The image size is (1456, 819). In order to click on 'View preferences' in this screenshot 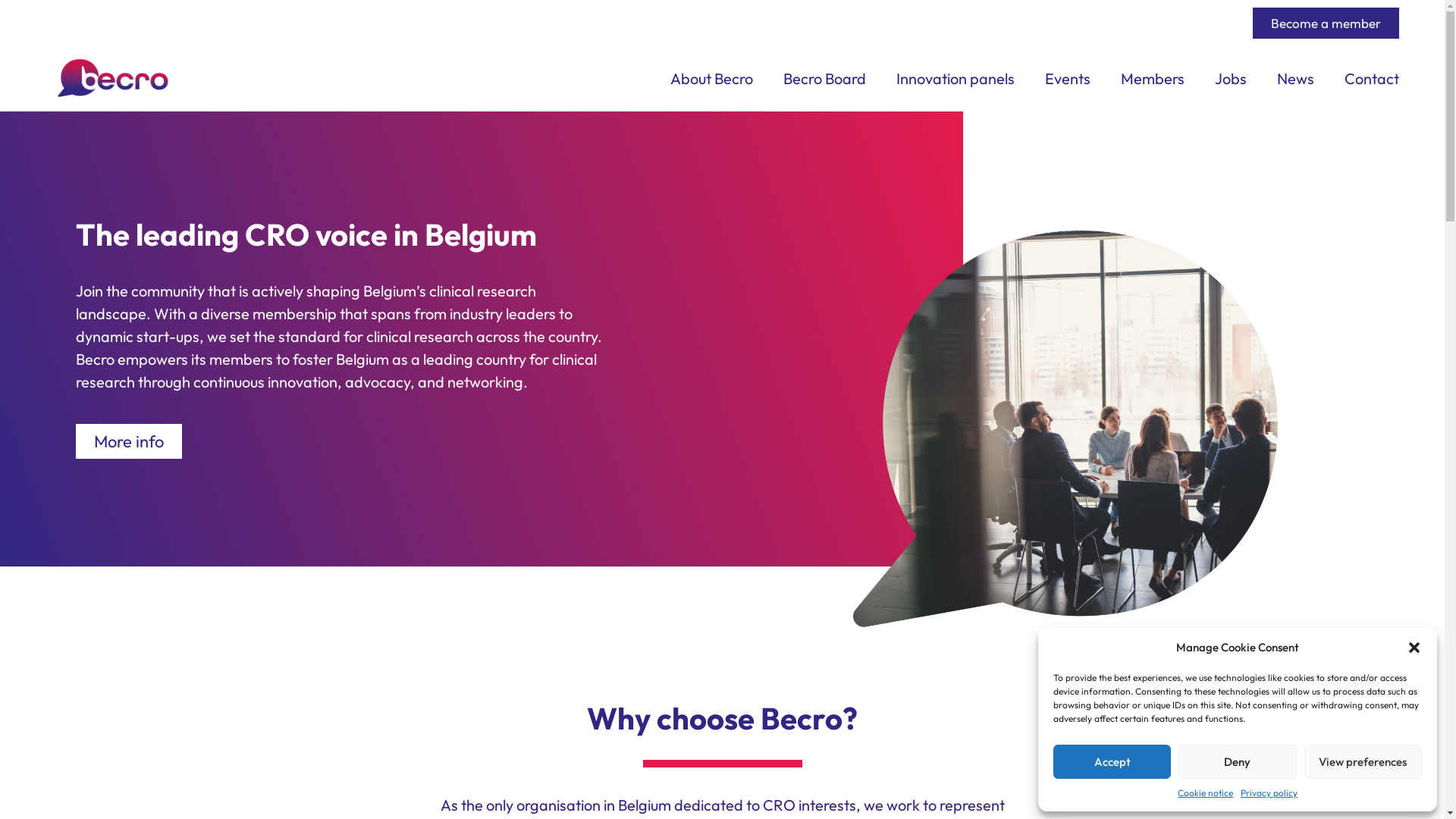, I will do `click(1363, 761)`.